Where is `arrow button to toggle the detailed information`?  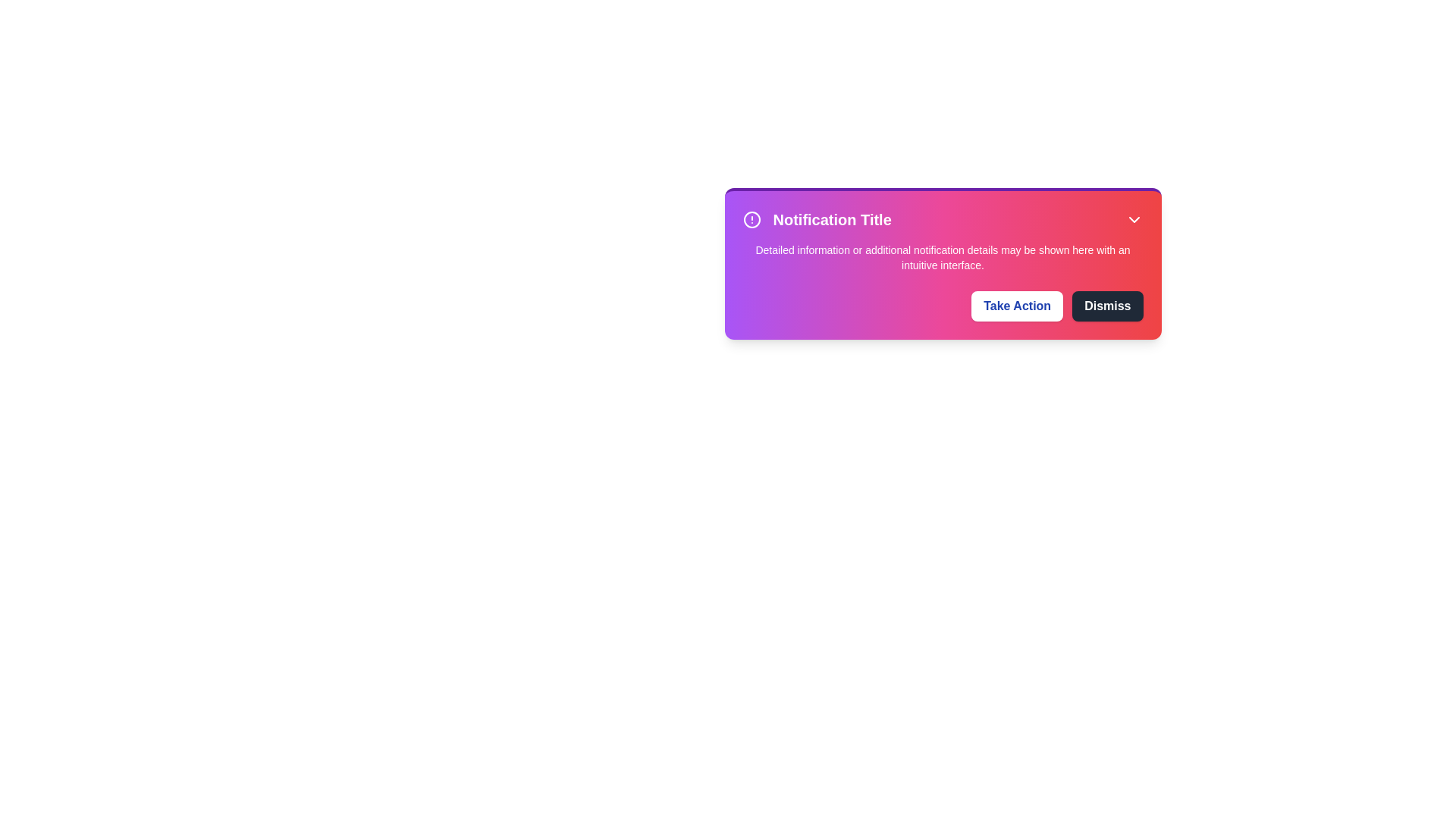
arrow button to toggle the detailed information is located at coordinates (1134, 219).